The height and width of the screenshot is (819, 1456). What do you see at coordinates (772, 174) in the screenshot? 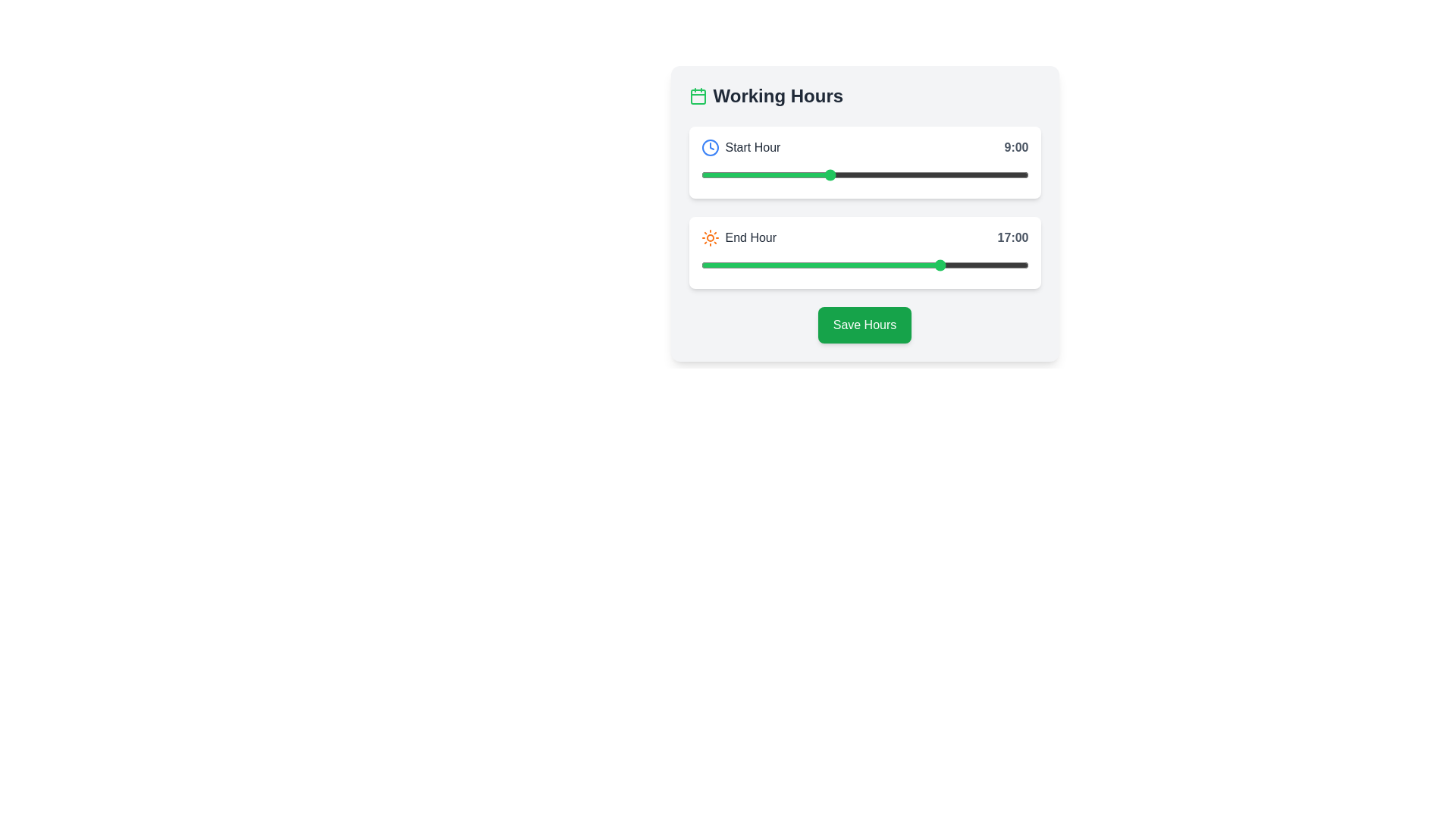
I see `the start hour` at bounding box center [772, 174].